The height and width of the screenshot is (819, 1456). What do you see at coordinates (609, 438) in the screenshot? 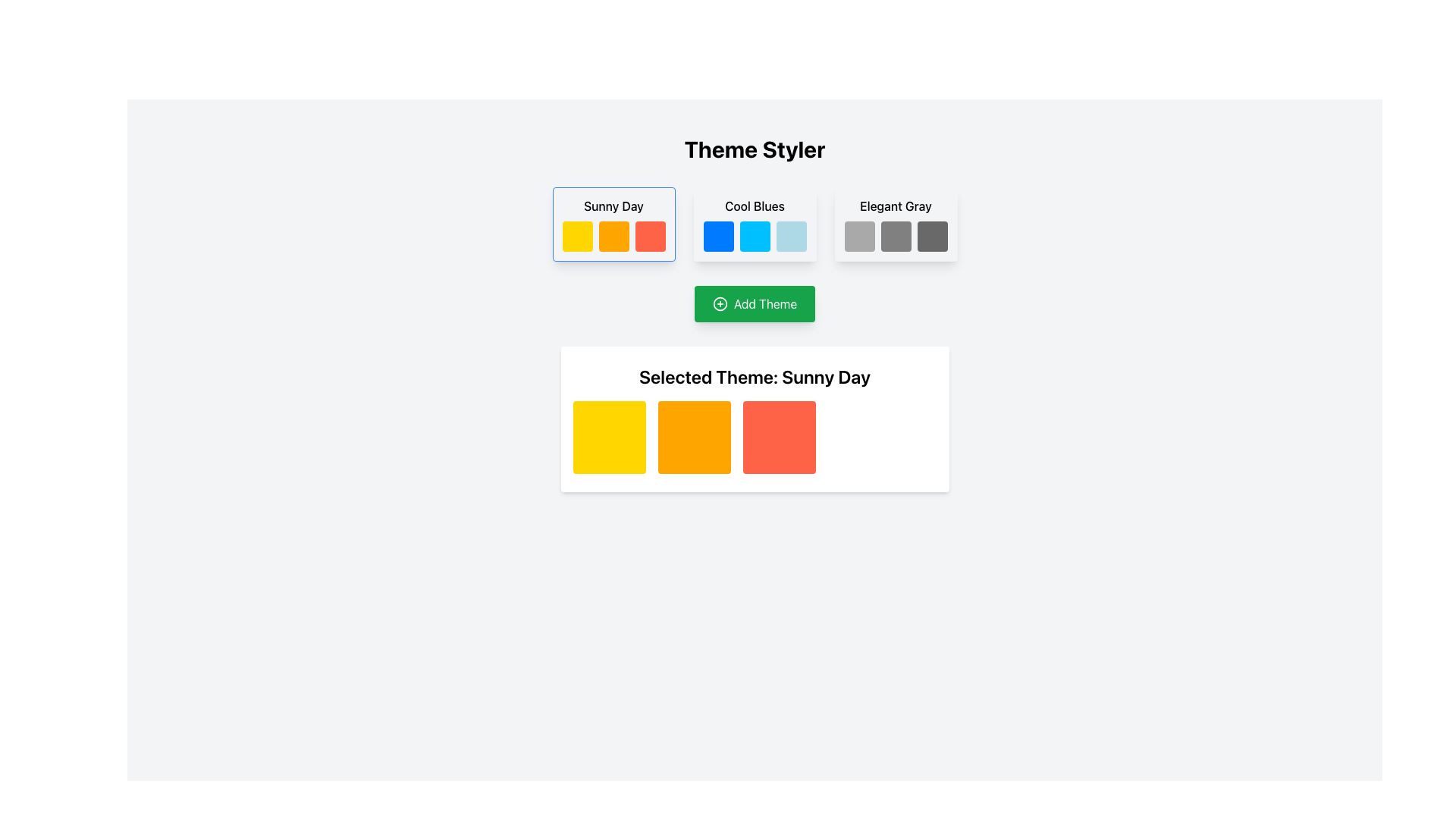
I see `the leftmost bright yellow colored block with rounded borders in the 'Selected Theme: Sunny Day' section` at bounding box center [609, 438].